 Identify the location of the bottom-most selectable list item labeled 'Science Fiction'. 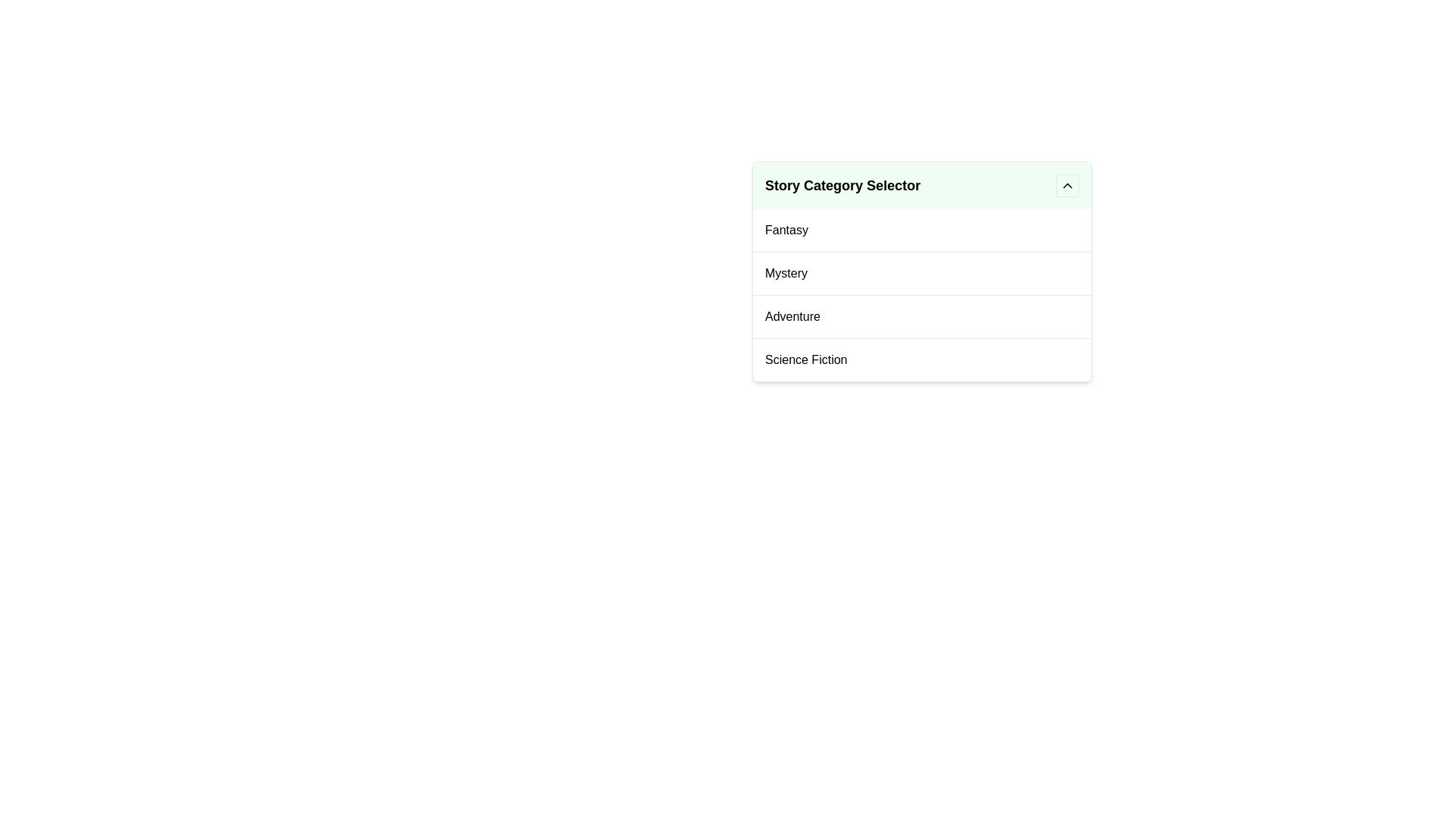
(805, 359).